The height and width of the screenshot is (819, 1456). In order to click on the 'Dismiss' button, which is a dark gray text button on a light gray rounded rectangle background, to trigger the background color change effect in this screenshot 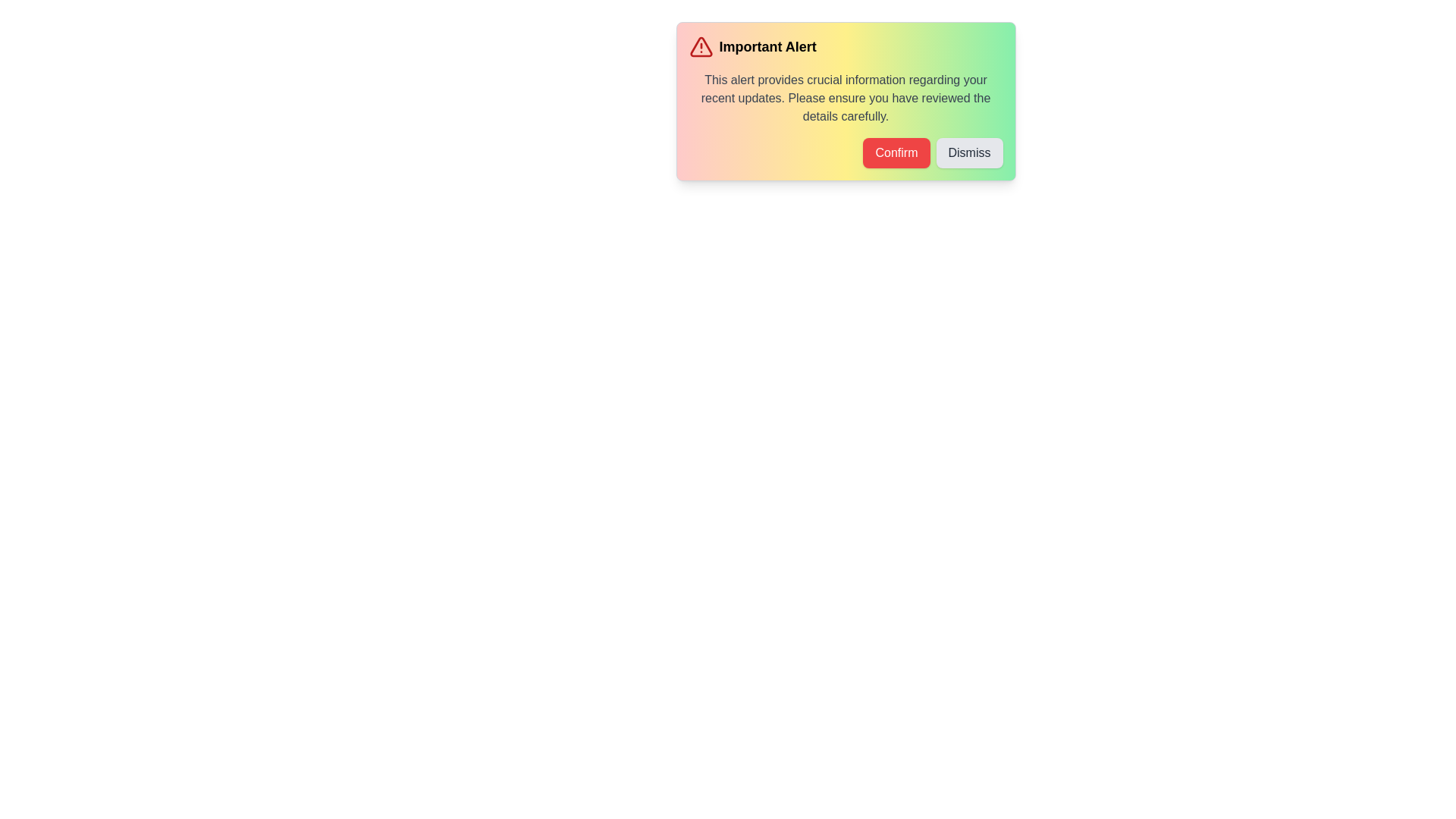, I will do `click(968, 152)`.